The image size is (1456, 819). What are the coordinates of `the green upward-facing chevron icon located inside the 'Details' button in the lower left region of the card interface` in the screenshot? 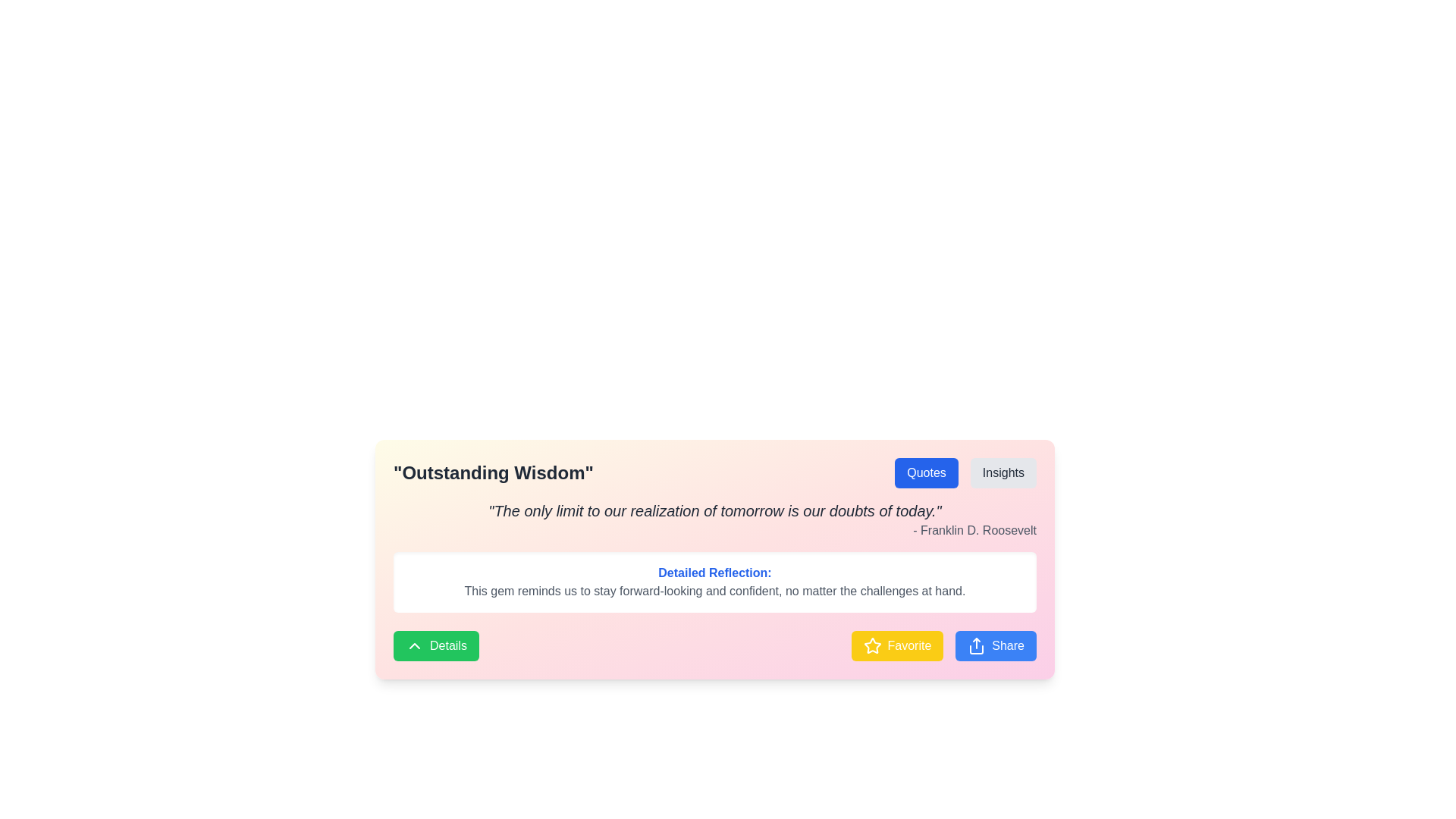 It's located at (415, 646).